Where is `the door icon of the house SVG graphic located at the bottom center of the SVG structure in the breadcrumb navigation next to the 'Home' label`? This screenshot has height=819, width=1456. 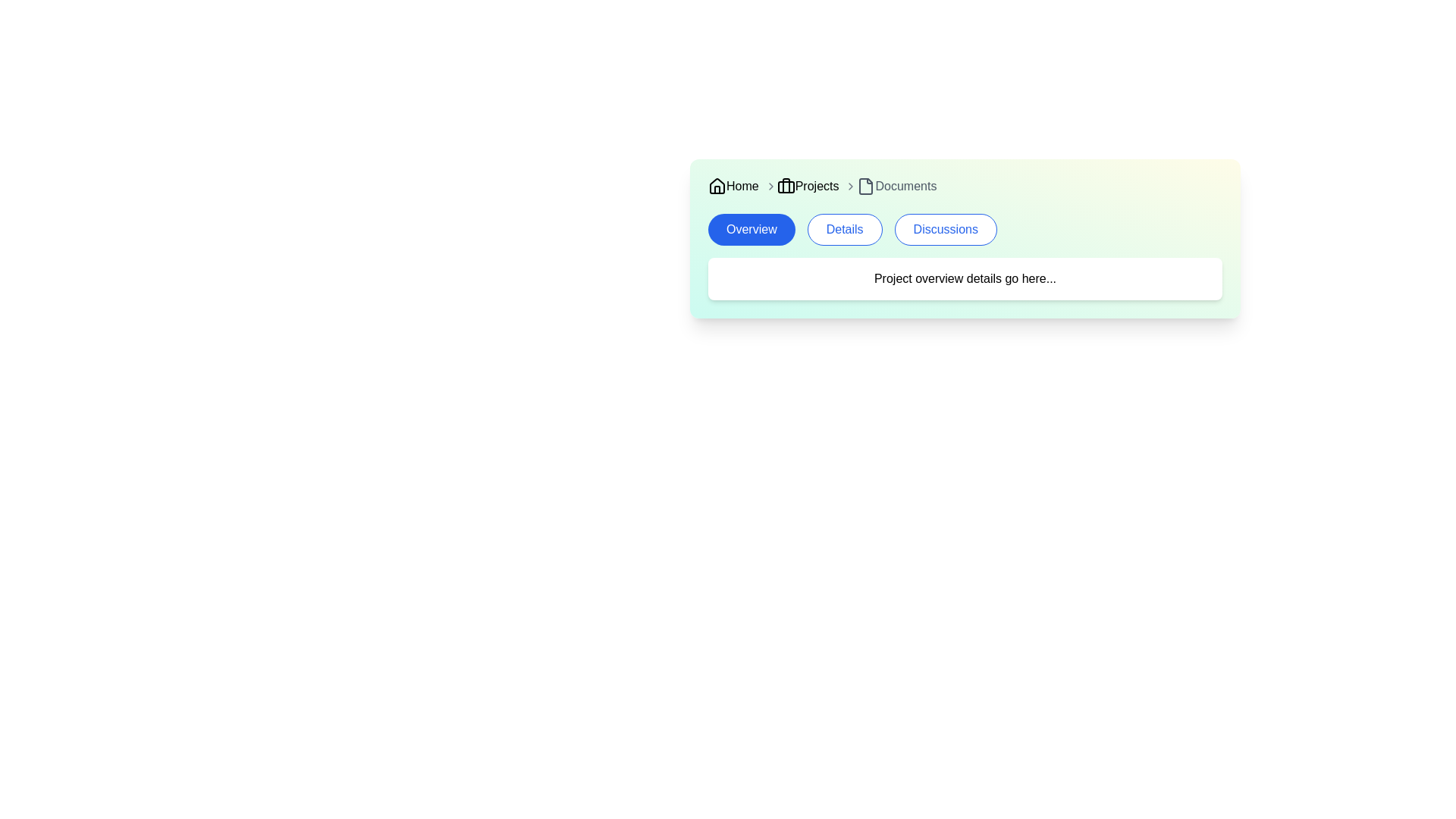 the door icon of the house SVG graphic located at the bottom center of the SVG structure in the breadcrumb navigation next to the 'Home' label is located at coordinates (716, 189).